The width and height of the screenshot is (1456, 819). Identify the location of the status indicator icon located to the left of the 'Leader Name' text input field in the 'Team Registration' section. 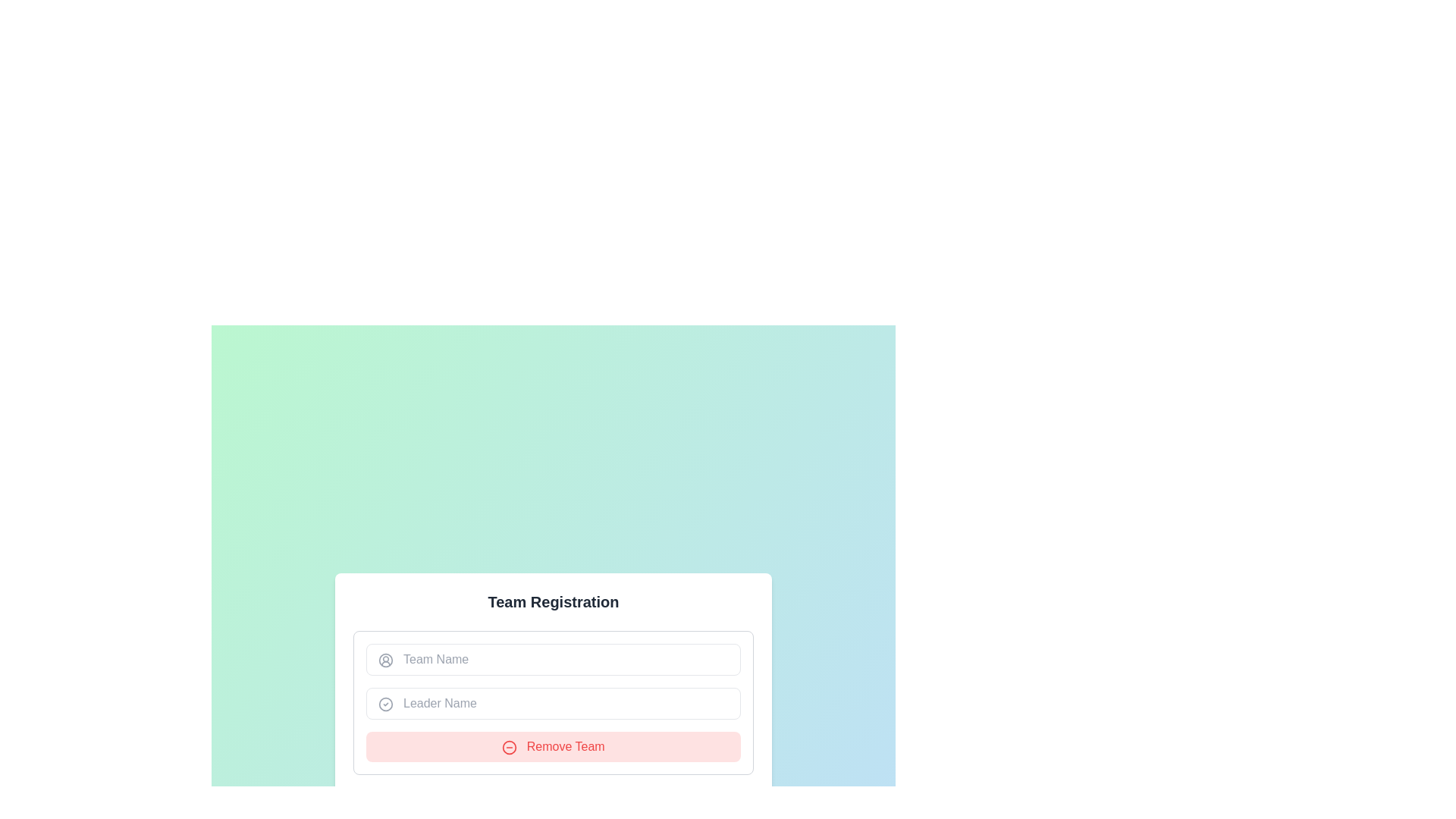
(385, 704).